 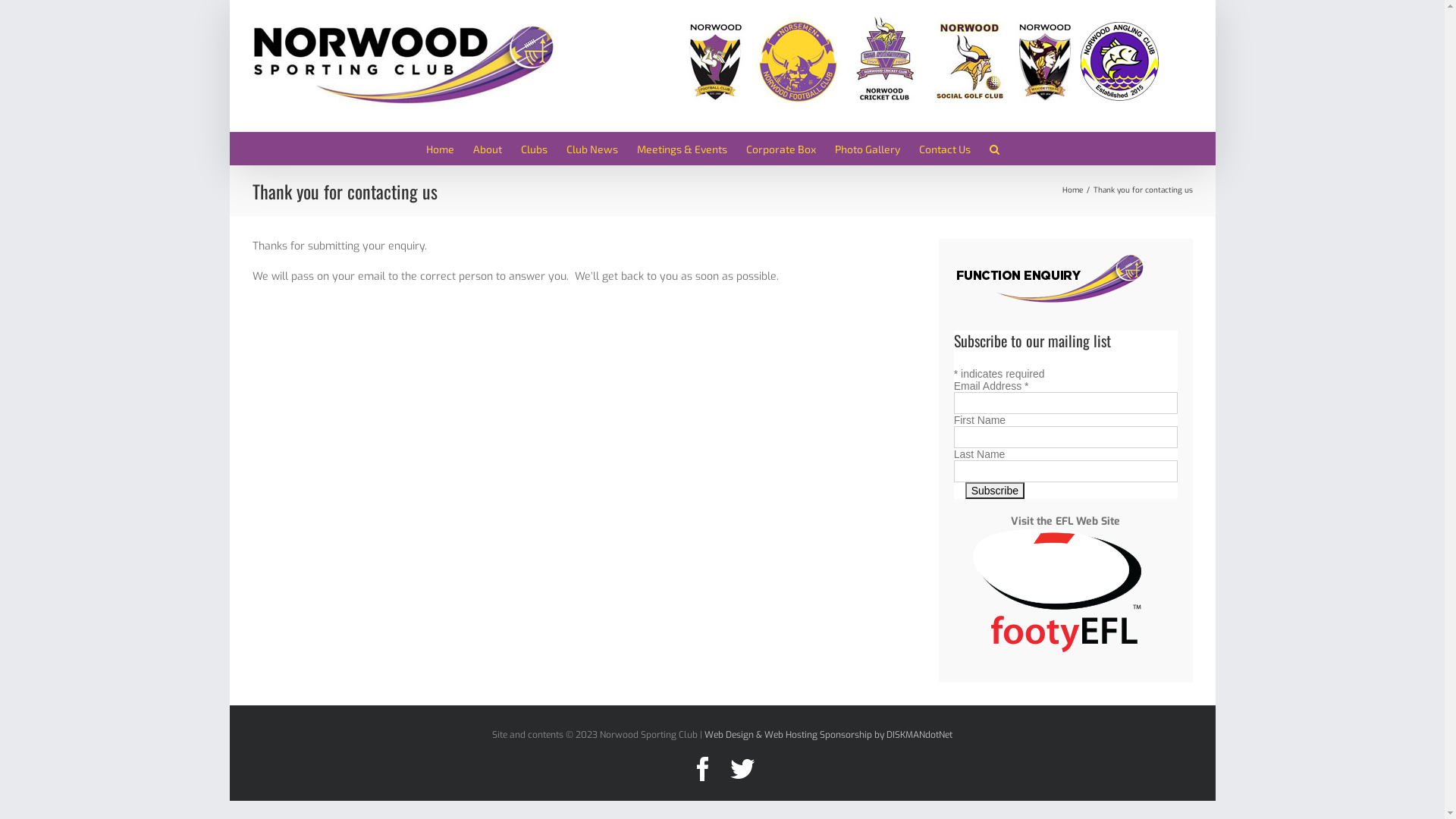 I want to click on 'Home', so click(x=439, y=148).